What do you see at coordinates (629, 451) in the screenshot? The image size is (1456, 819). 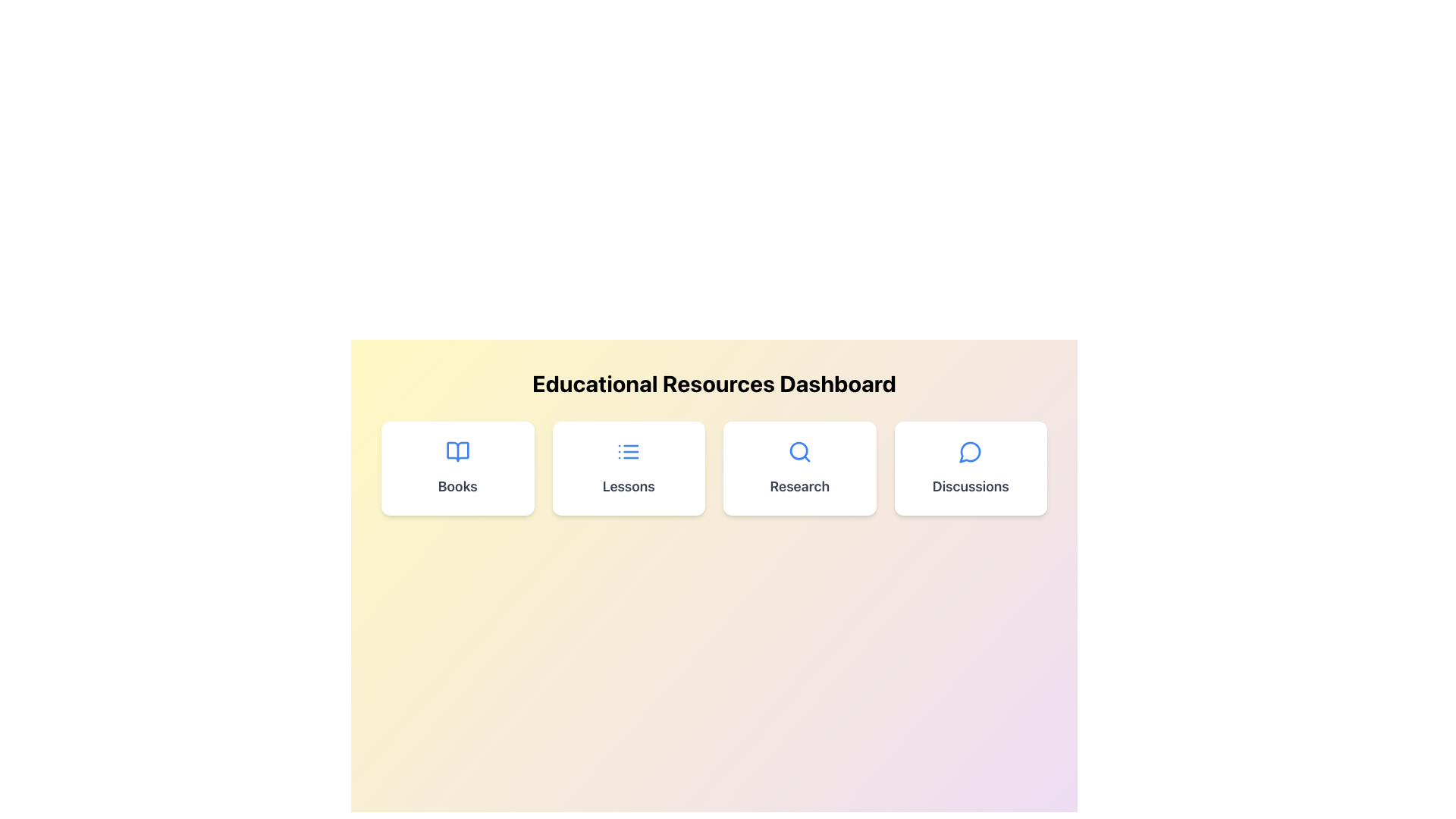 I see `the blue lined SVG icon resembling a list, located above the 'Lessons' label in the second card of the Educational Resources Dashboard` at bounding box center [629, 451].